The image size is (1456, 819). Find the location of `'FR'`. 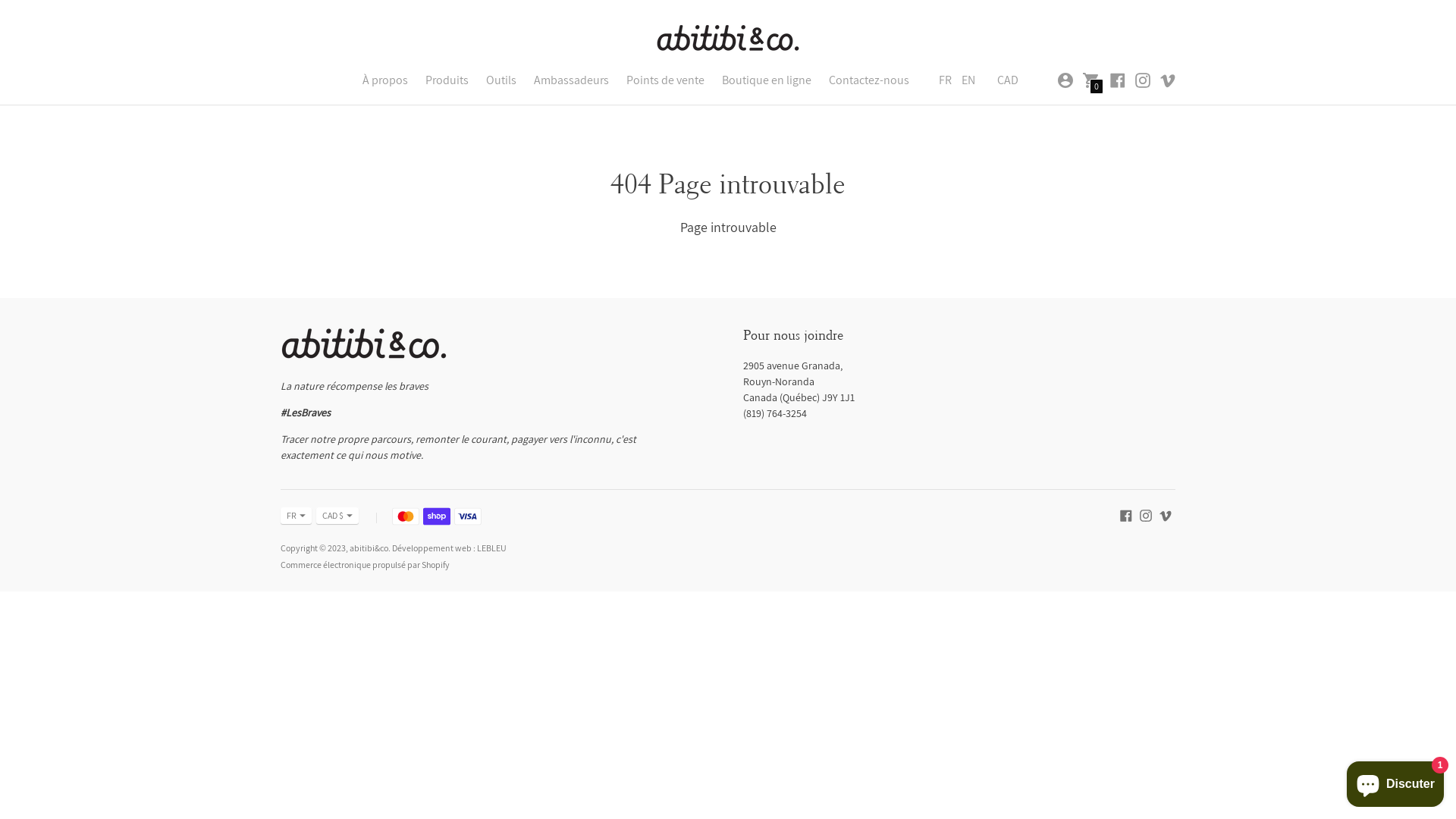

'FR' is located at coordinates (296, 514).